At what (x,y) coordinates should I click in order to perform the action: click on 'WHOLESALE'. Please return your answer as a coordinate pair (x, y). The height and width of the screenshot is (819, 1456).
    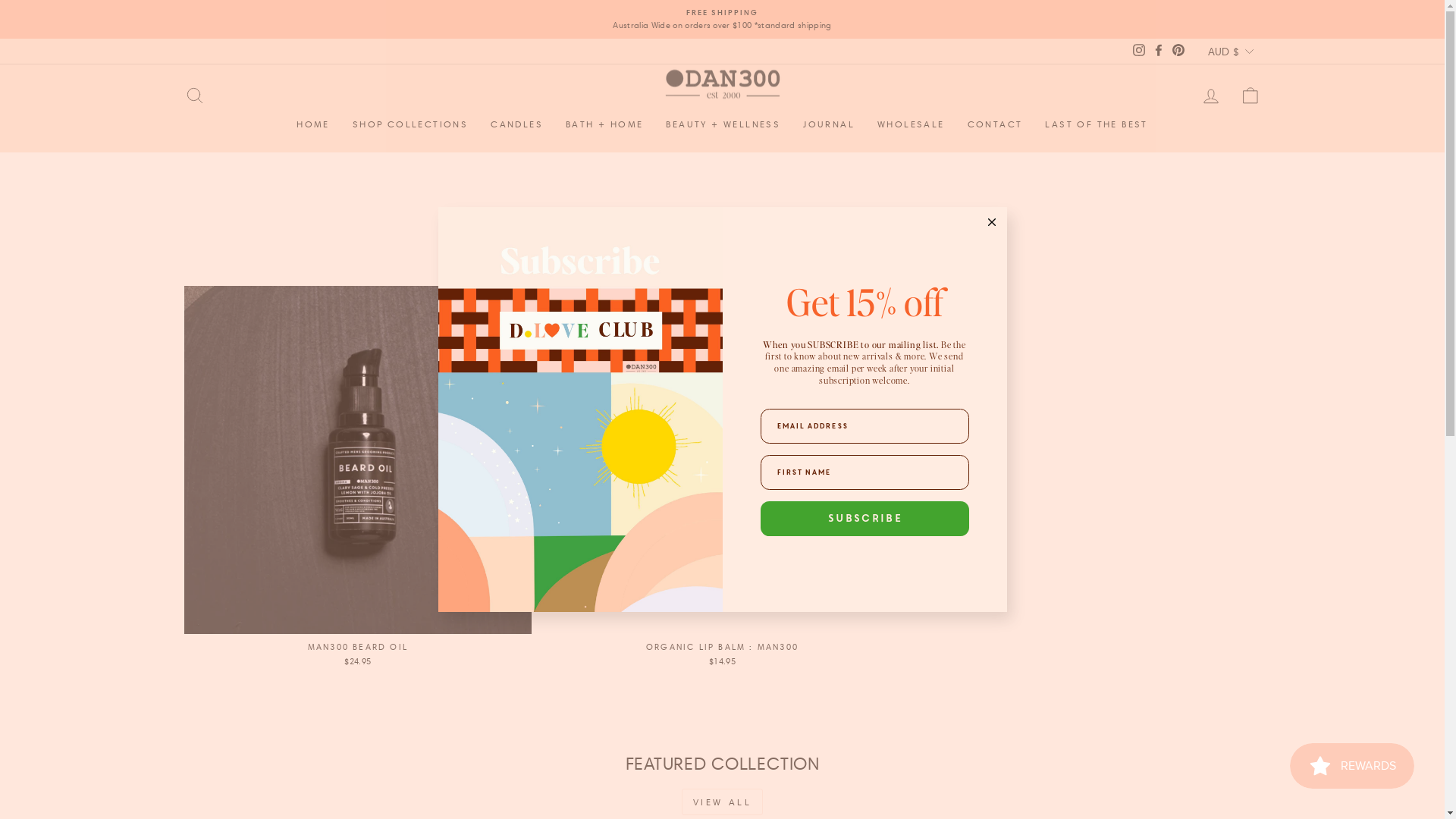
    Looking at the image, I should click on (910, 124).